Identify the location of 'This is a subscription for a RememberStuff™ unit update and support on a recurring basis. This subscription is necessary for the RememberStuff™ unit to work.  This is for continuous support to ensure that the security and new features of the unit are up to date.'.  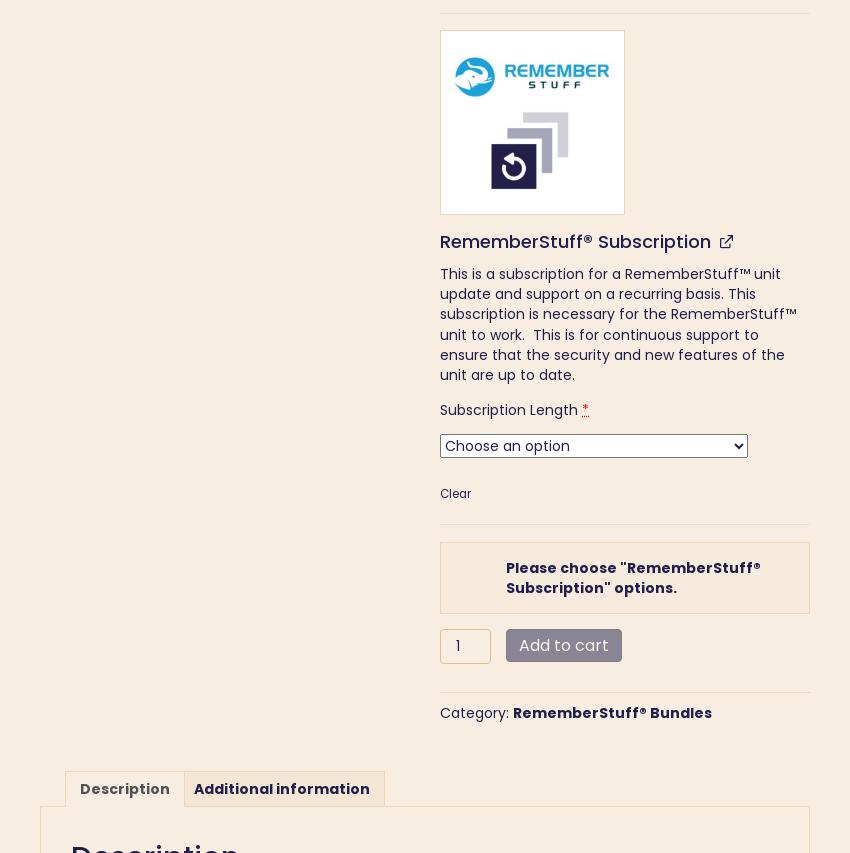
(438, 323).